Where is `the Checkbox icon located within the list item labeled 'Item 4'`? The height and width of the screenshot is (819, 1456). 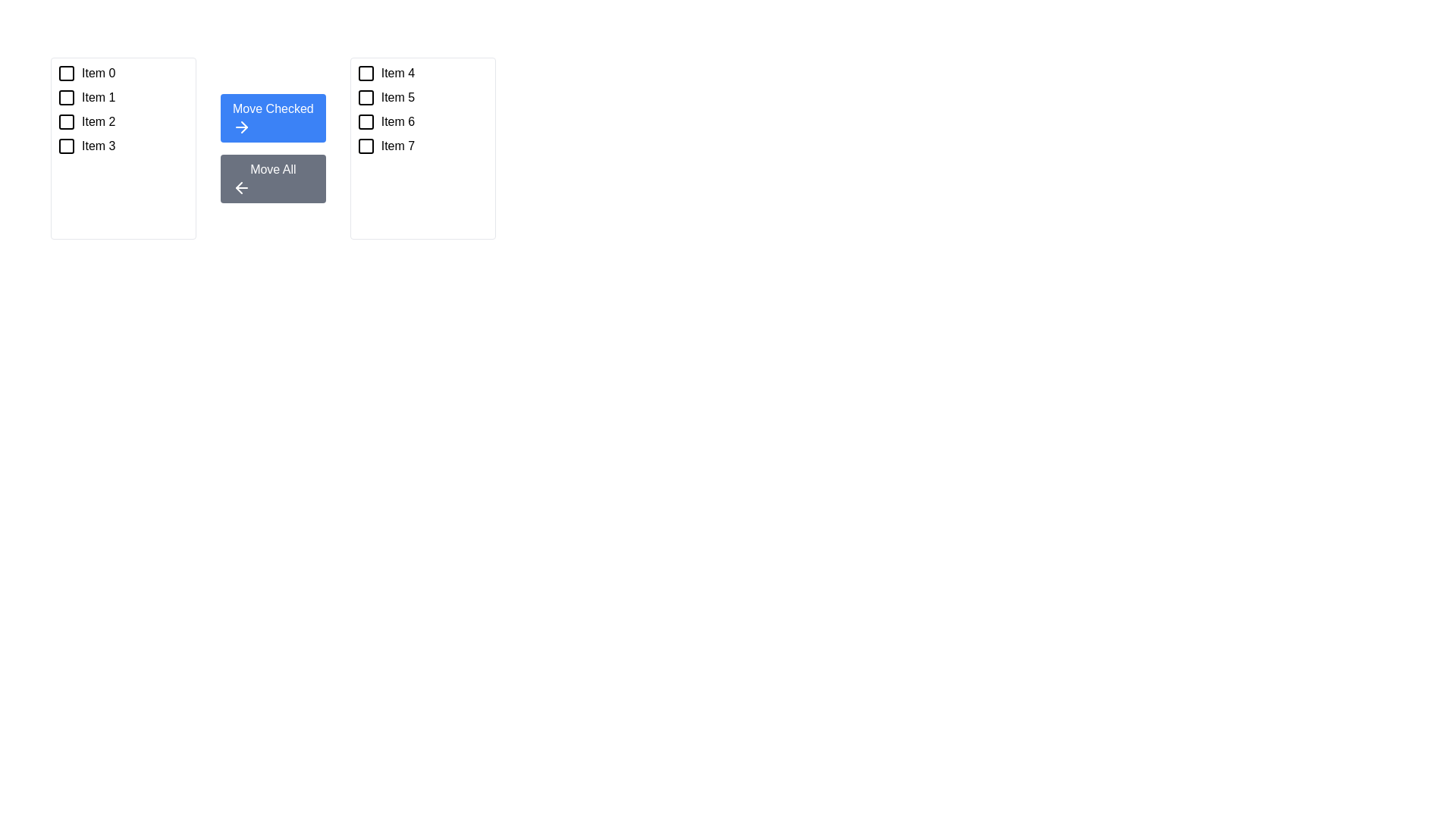
the Checkbox icon located within the list item labeled 'Item 4' is located at coordinates (366, 73).